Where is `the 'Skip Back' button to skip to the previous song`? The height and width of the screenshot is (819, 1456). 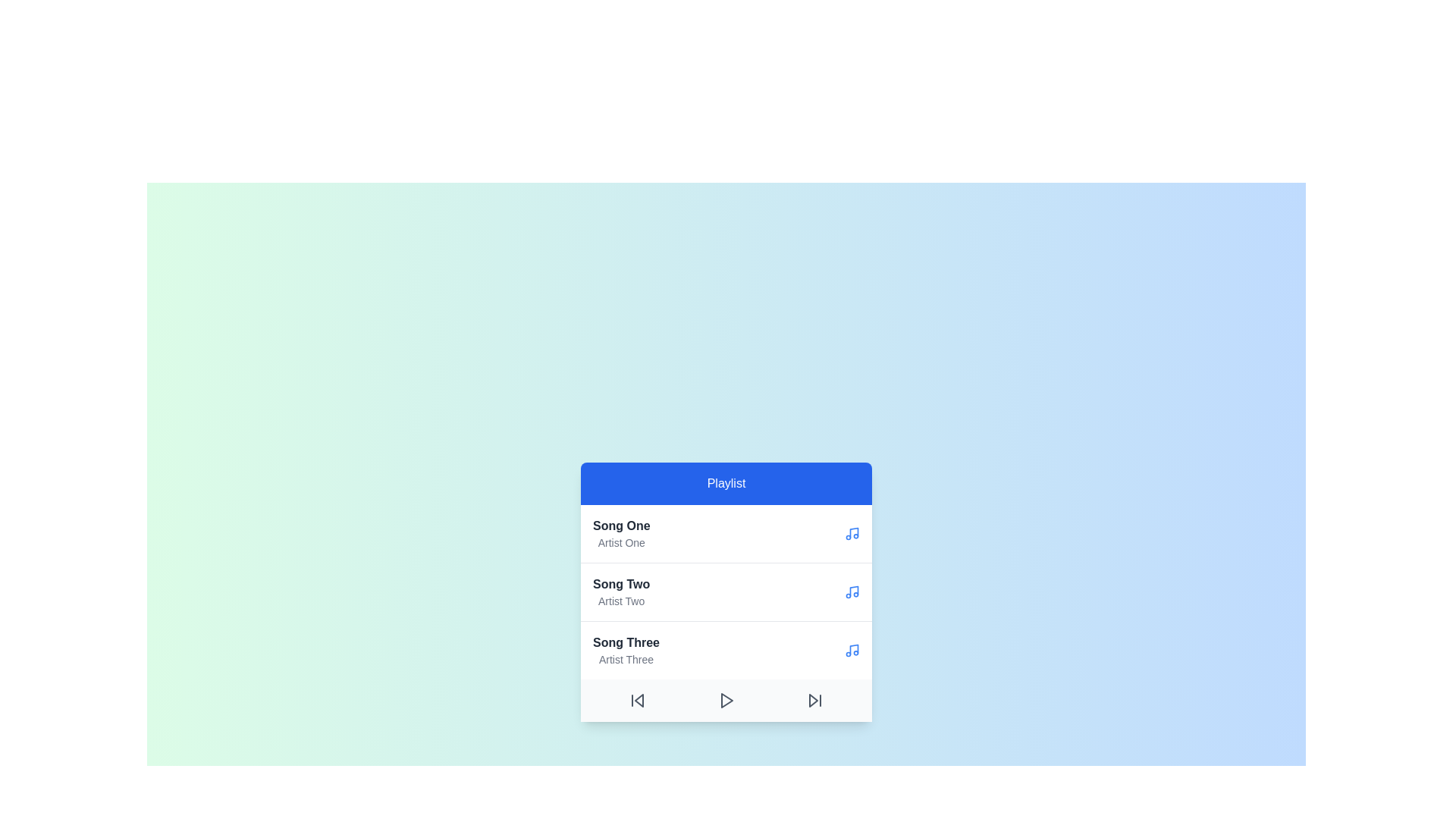
the 'Skip Back' button to skip to the previous song is located at coordinates (637, 701).